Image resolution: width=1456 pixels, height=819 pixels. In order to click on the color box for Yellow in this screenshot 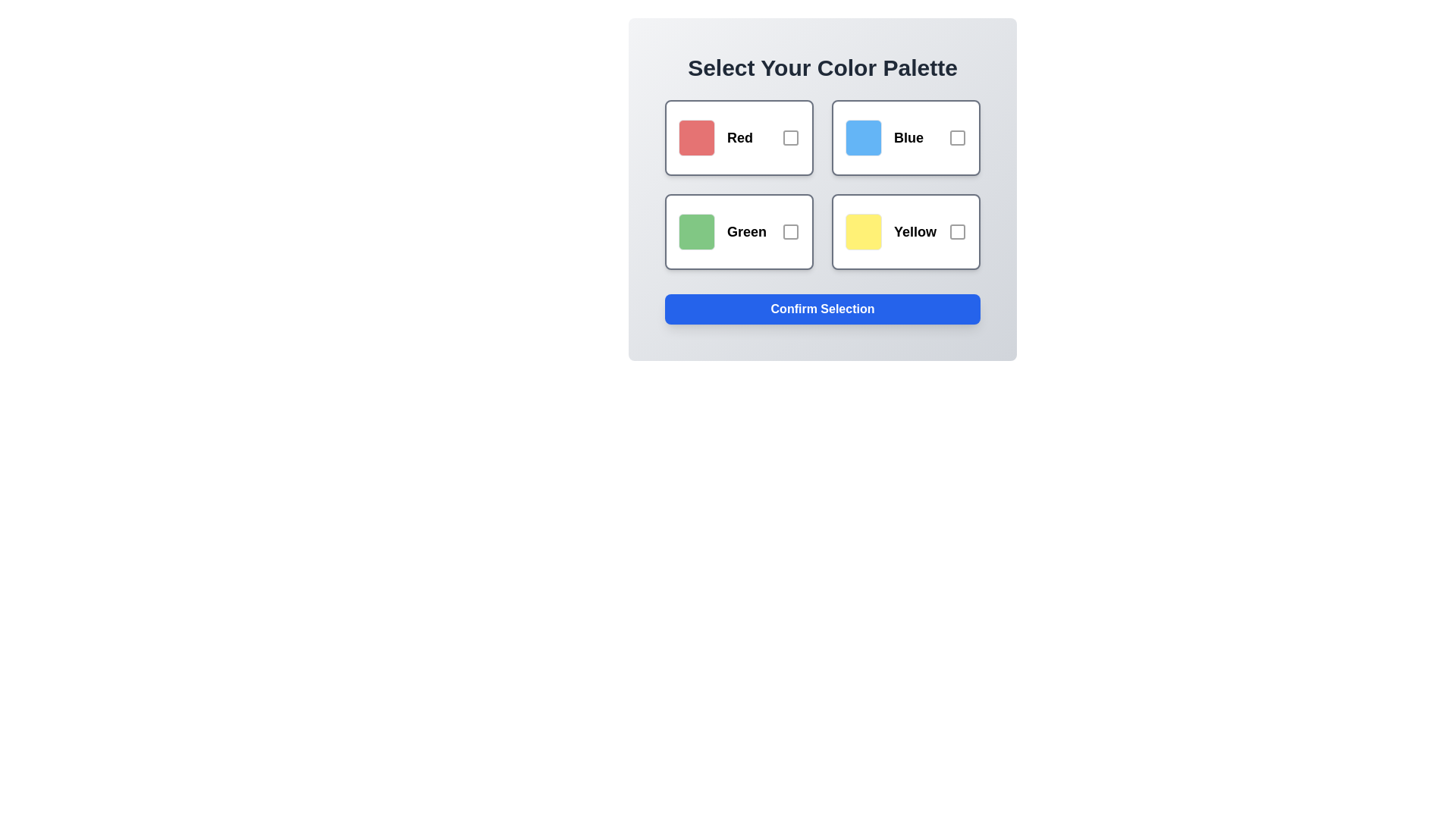, I will do `click(906, 231)`.